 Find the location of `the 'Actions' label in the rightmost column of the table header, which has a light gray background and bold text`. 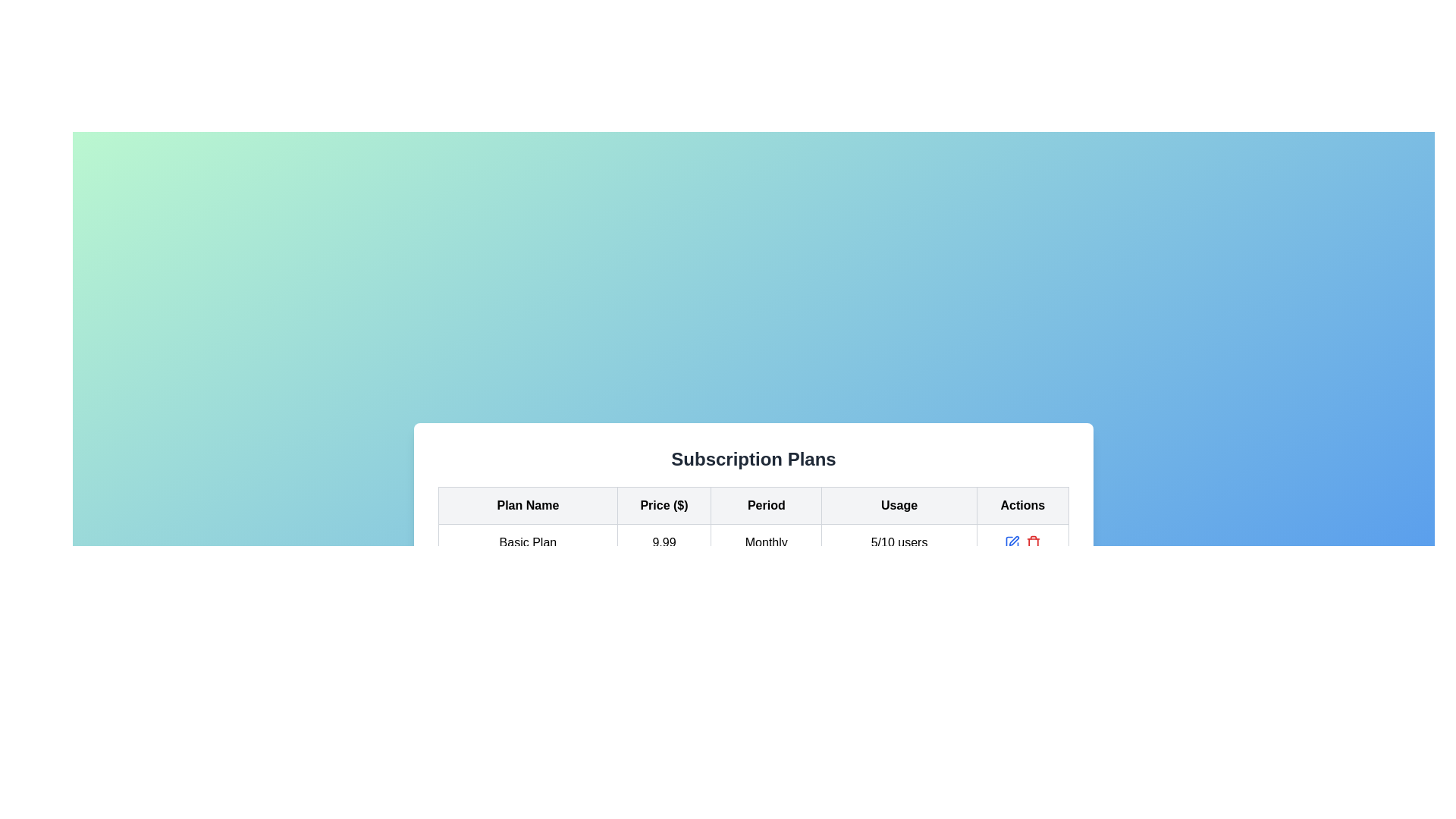

the 'Actions' label in the rightmost column of the table header, which has a light gray background and bold text is located at coordinates (1022, 505).